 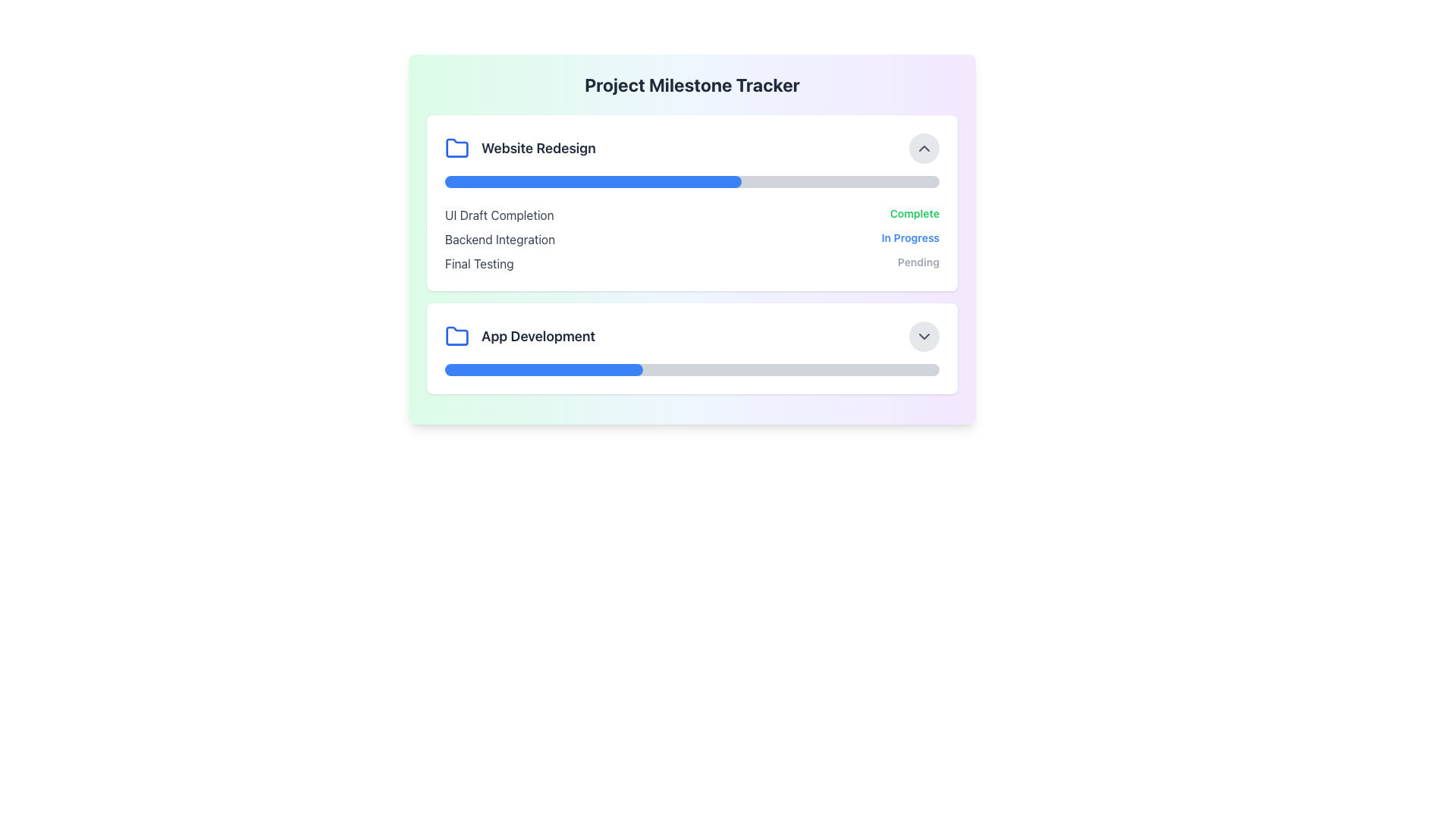 I want to click on the progress visually by focusing on the progress bar located in the 'Website Redesign' section of the 'Project Milestone Tracker' interface, which is filled to approximately 60% with a blue color against a gray background, so click(x=691, y=180).